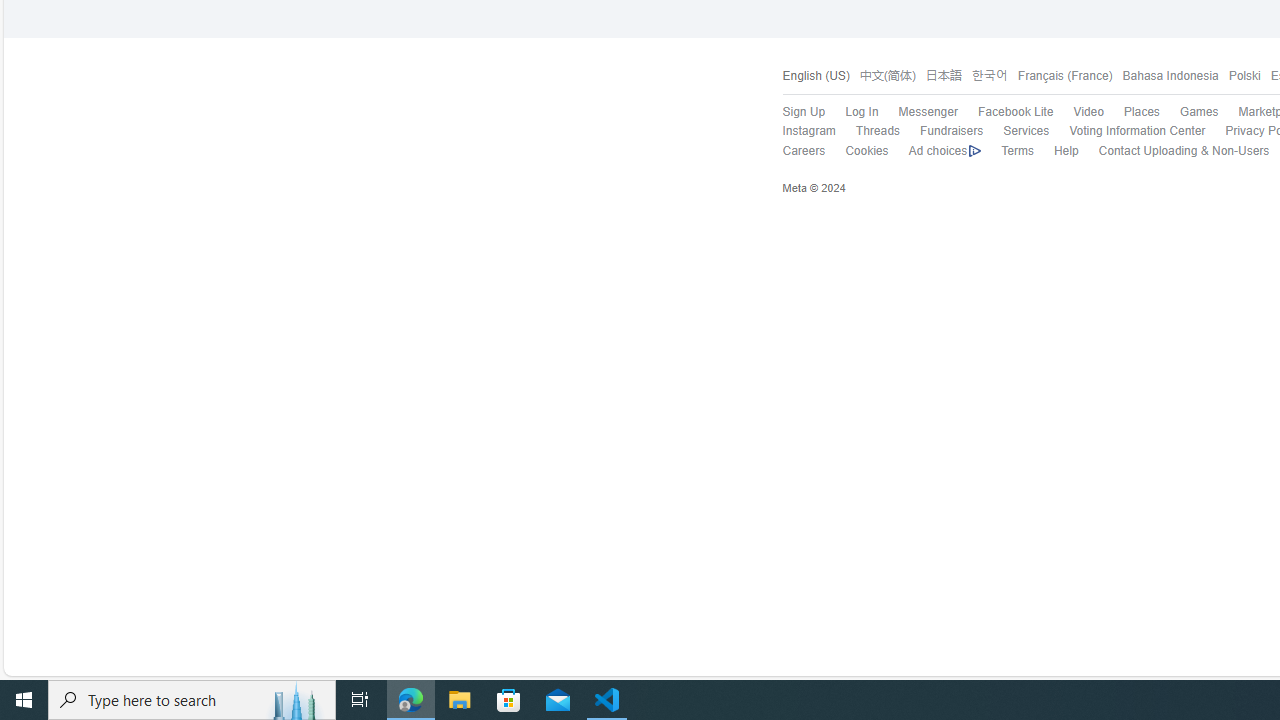 This screenshot has width=1280, height=720. Describe the element at coordinates (816, 75) in the screenshot. I see `'English (US)'` at that location.